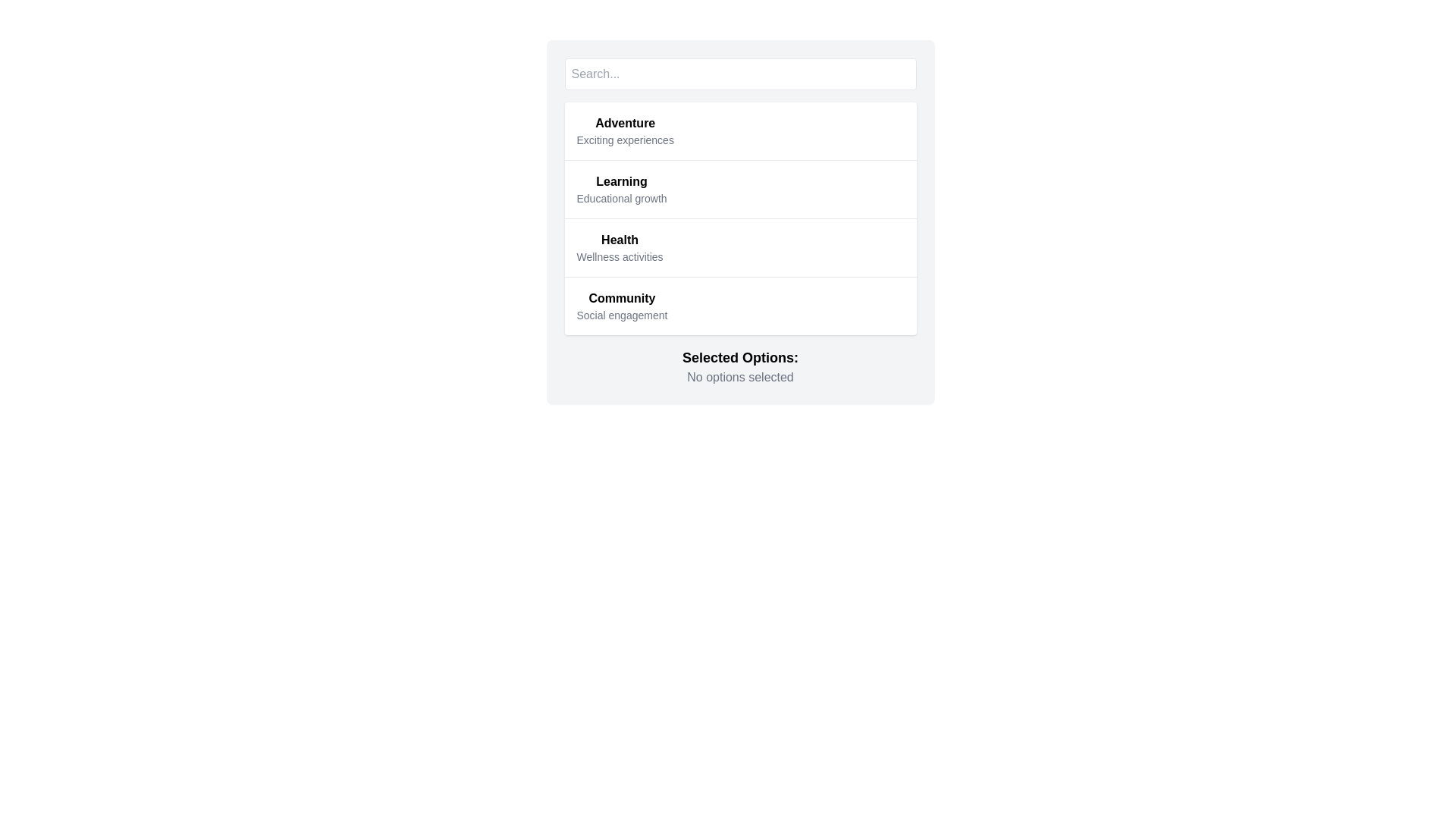 The image size is (1456, 819). What do you see at coordinates (740, 130) in the screenshot?
I see `the first item in the selection list that enables users to select or view details about 'Adventure' related experiences` at bounding box center [740, 130].